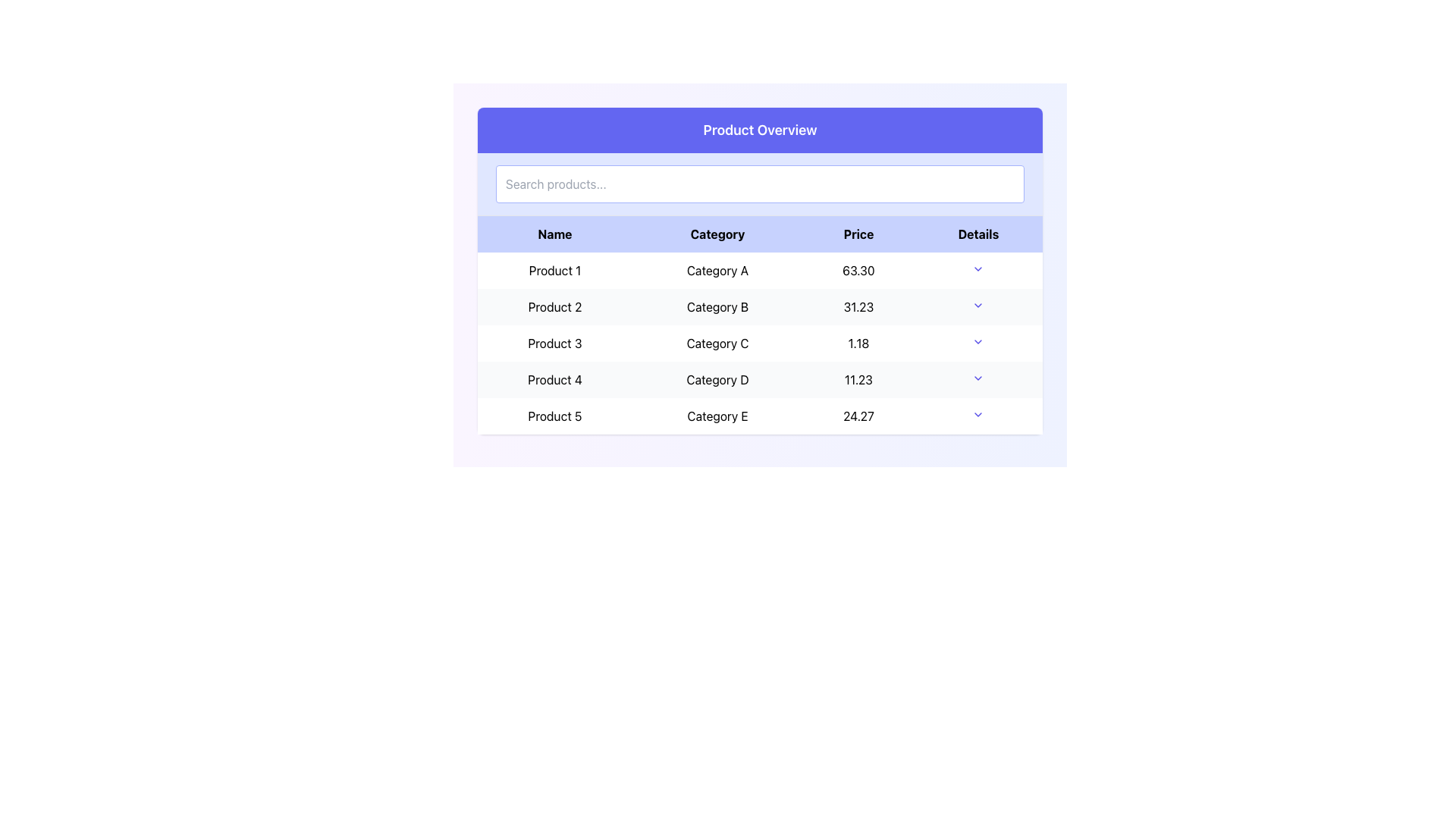 The height and width of the screenshot is (819, 1456). Describe the element at coordinates (717, 379) in the screenshot. I see `the text label displaying 'Category D' in the fourth row of the table under the 'Category' column` at that location.